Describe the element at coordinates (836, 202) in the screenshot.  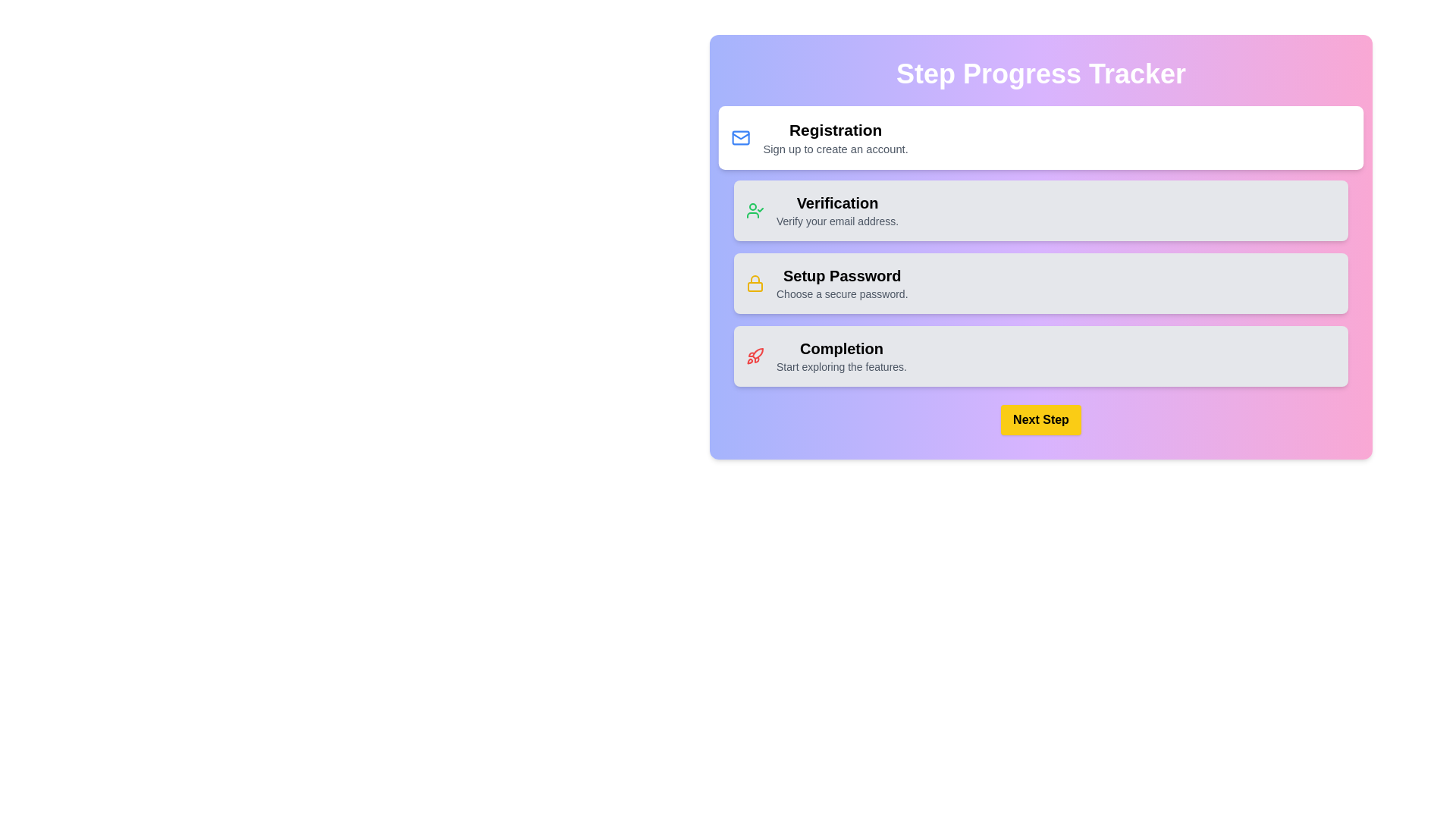
I see `the static text element that serves as a bold title for the second step in the step progress tracker, positioned above 'Setup Password' and below 'Registration'` at that location.